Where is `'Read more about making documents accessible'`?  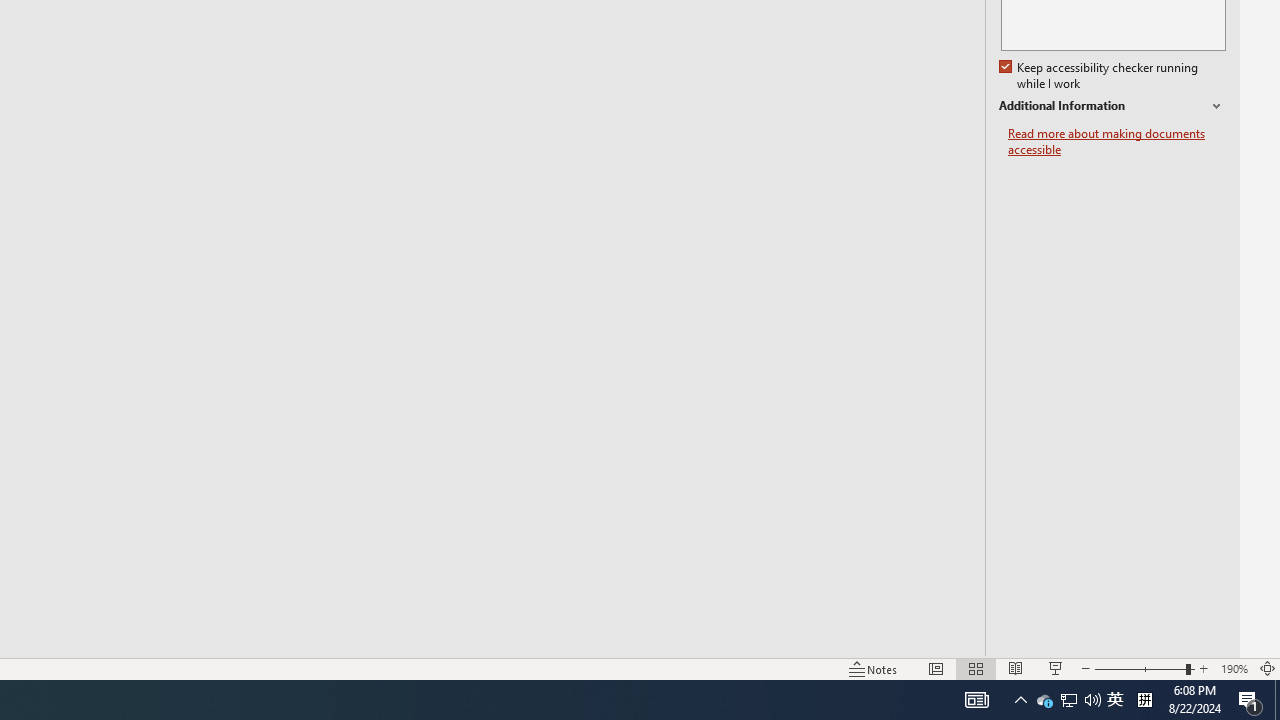
'Read more about making documents accessible' is located at coordinates (1116, 141).